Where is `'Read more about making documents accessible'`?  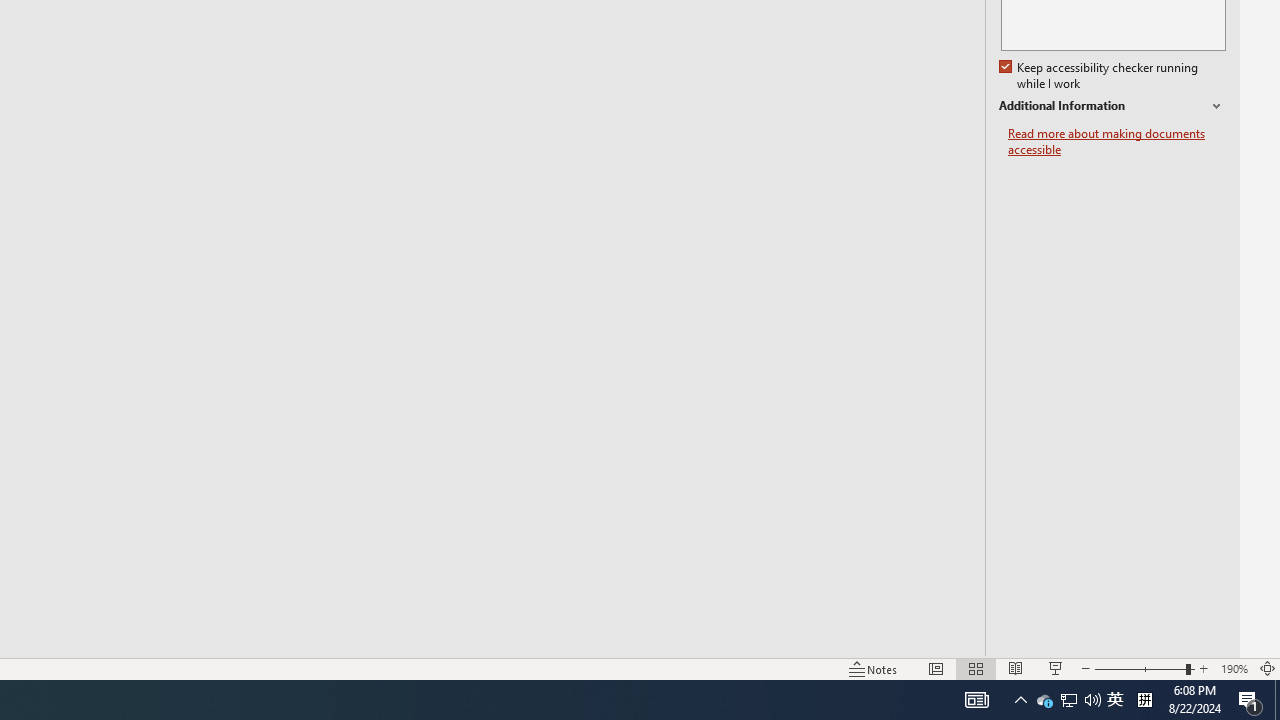
'Read more about making documents accessible' is located at coordinates (1116, 141).